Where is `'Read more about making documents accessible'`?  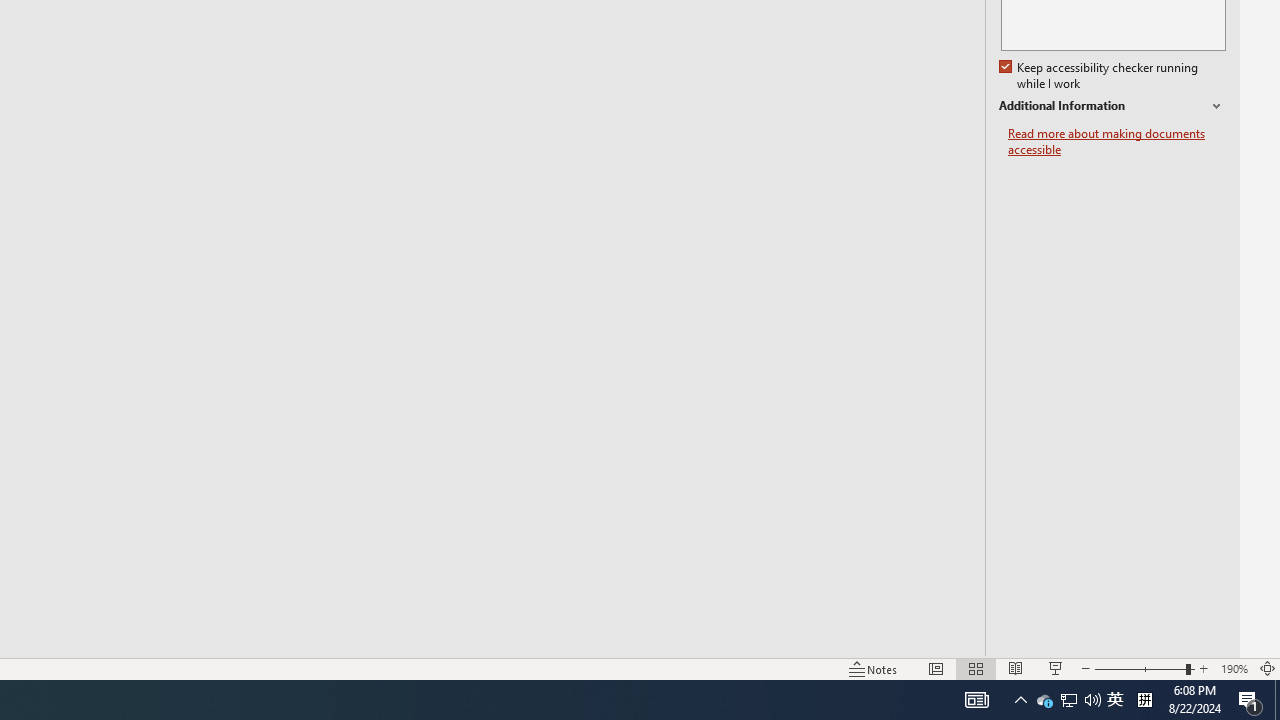
'Read more about making documents accessible' is located at coordinates (1116, 141).